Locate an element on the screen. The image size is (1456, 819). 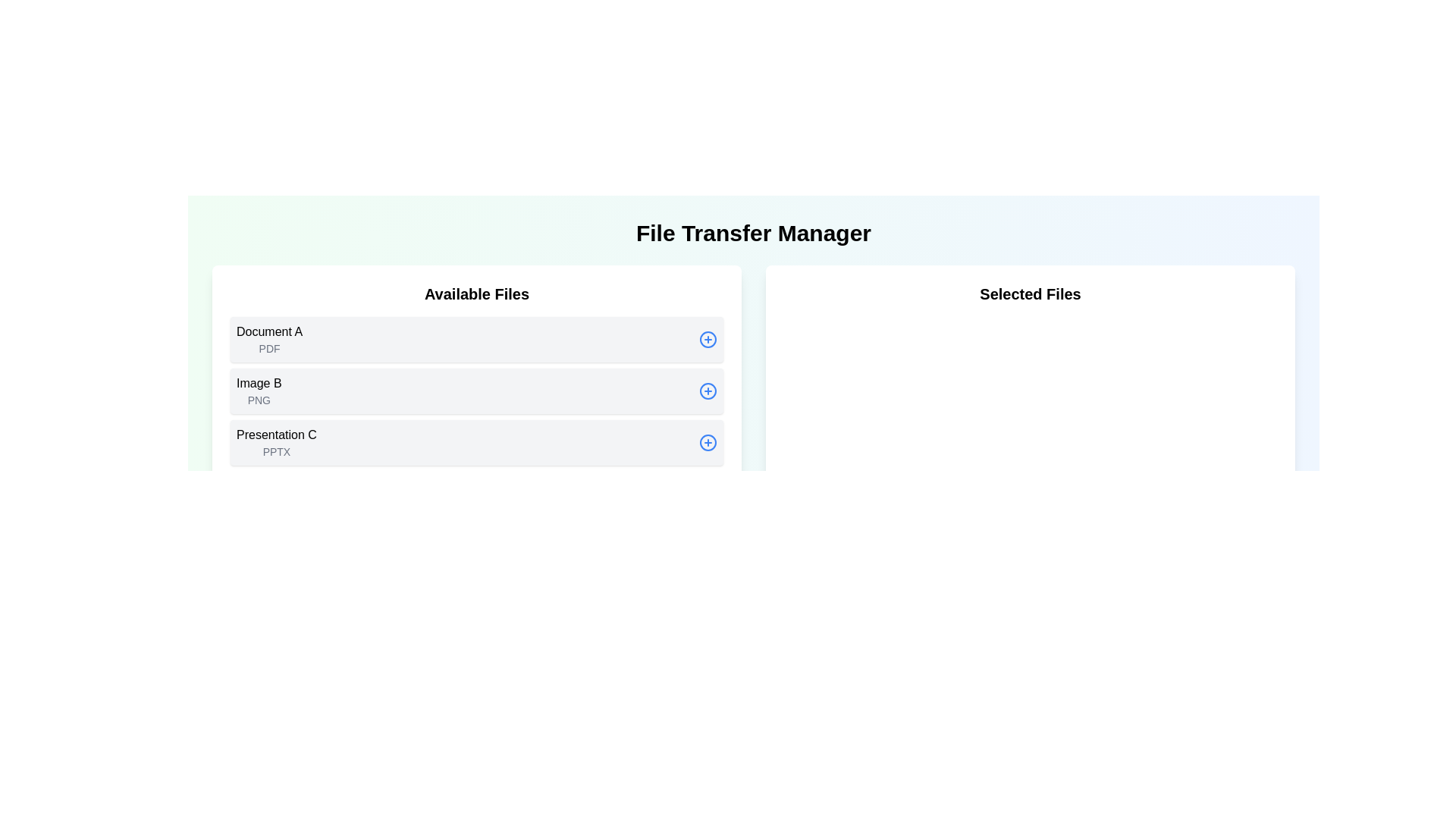
the graphical icon component (a circle within an add button) located to the right of the 'Image B PNG' list item in the 'Available Files' section is located at coordinates (708, 338).